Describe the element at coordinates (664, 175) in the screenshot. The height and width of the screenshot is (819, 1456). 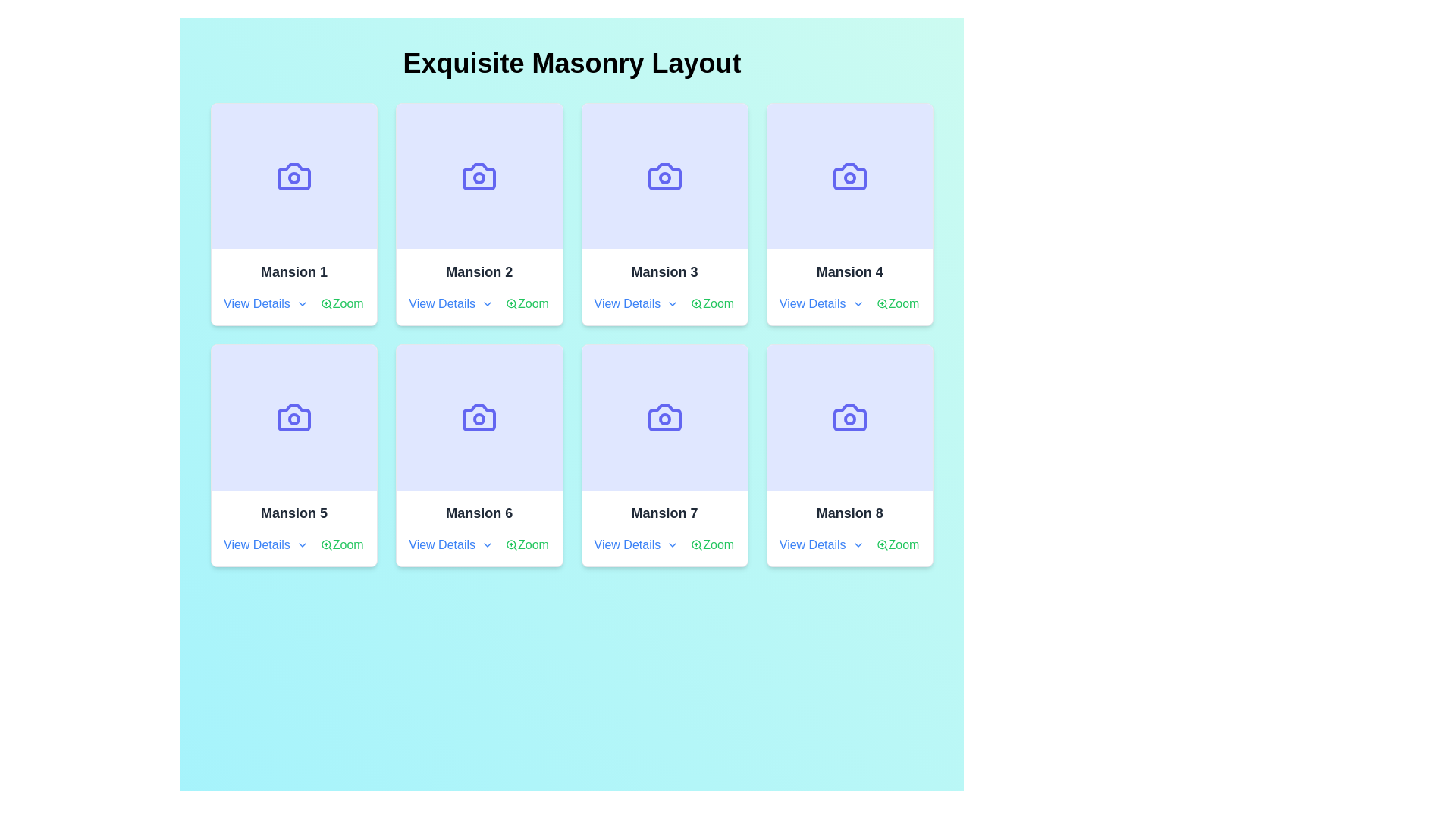
I see `the vibrant indigo camera icon with rounded edges located in the middle section of the third card under 'Exquisite Masonry Layout'` at that location.